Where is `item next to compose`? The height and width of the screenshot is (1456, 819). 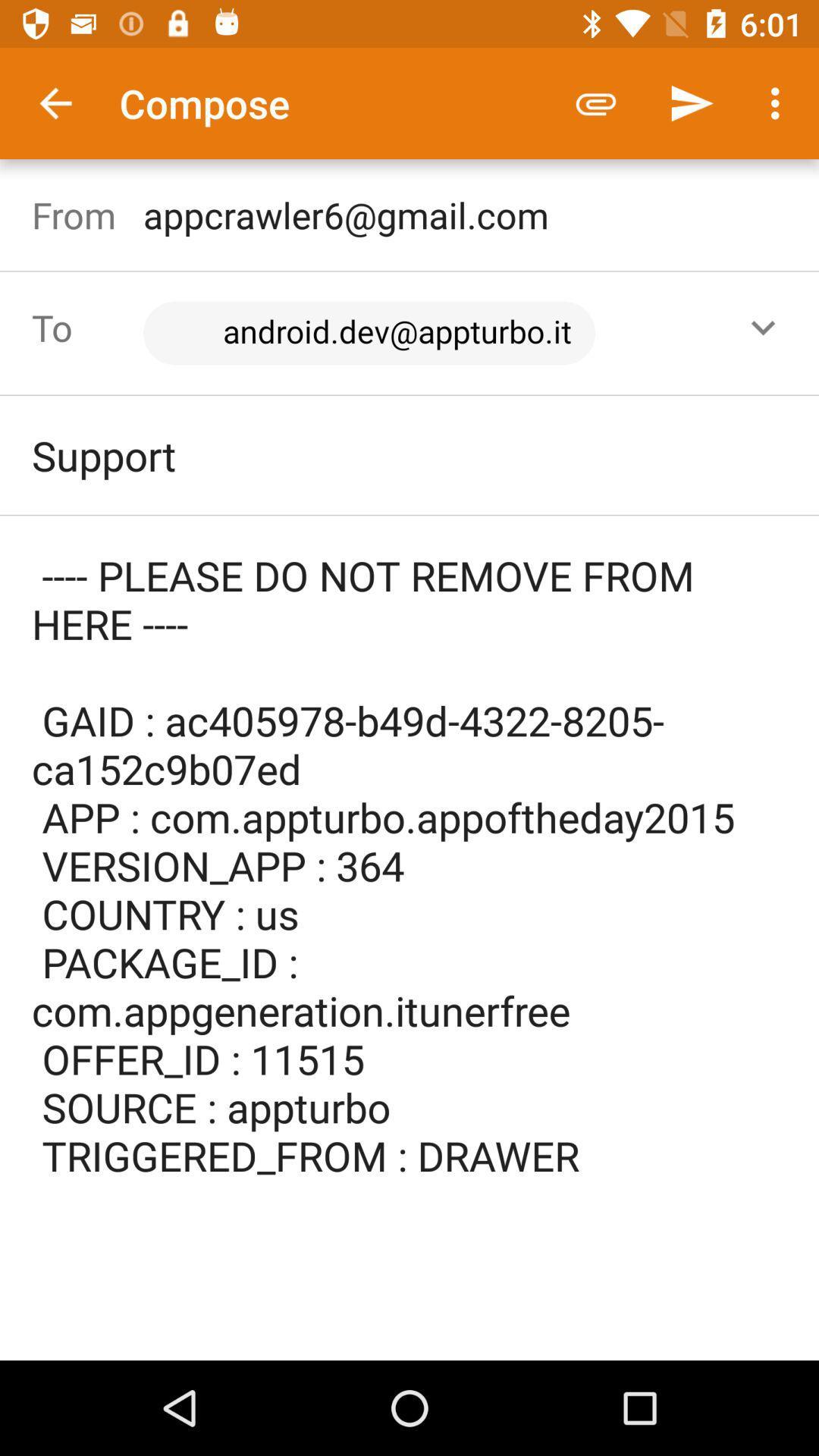 item next to compose is located at coordinates (55, 102).